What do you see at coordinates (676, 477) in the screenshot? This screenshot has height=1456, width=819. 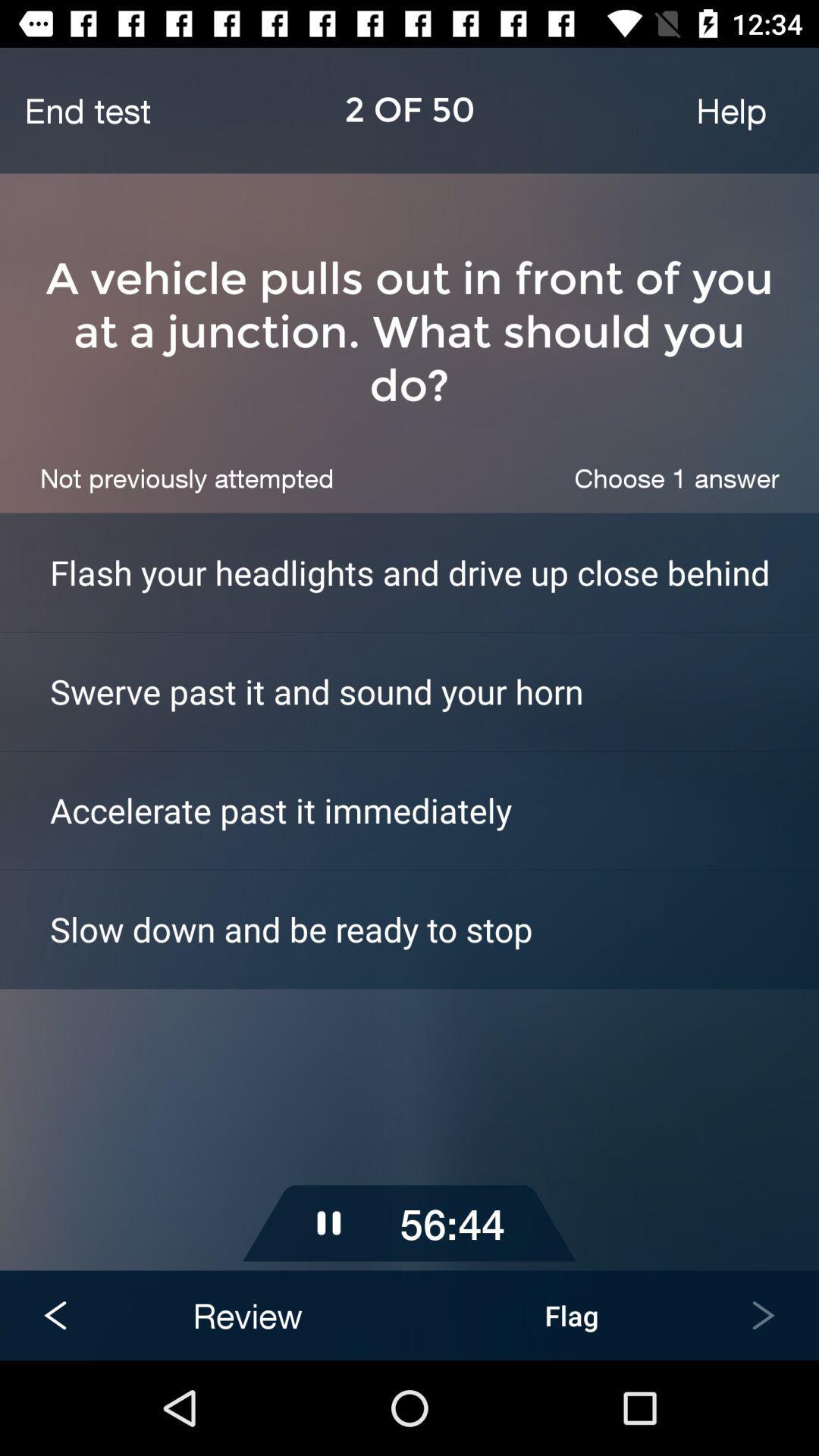 I see `the choose 1 answer icon` at bounding box center [676, 477].